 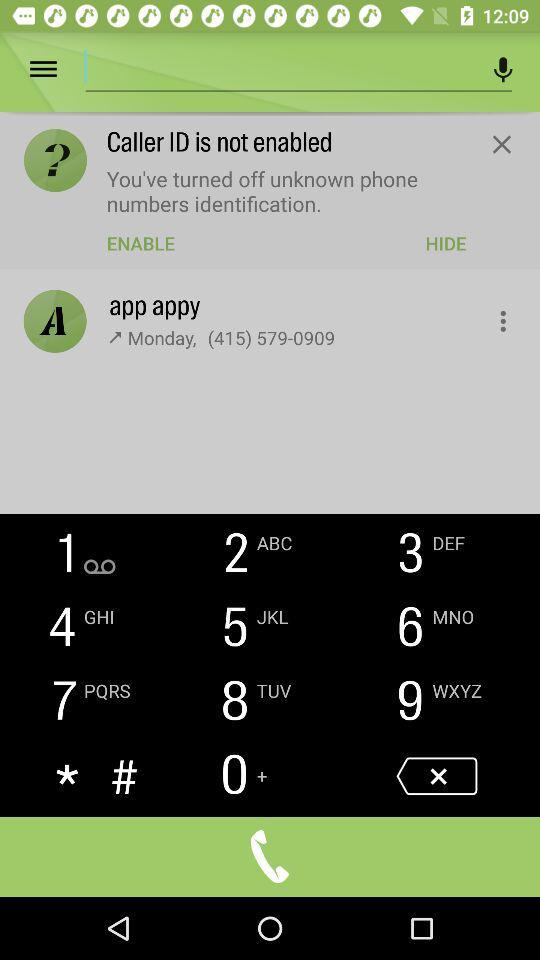 I want to click on advertisement, so click(x=280, y=66).